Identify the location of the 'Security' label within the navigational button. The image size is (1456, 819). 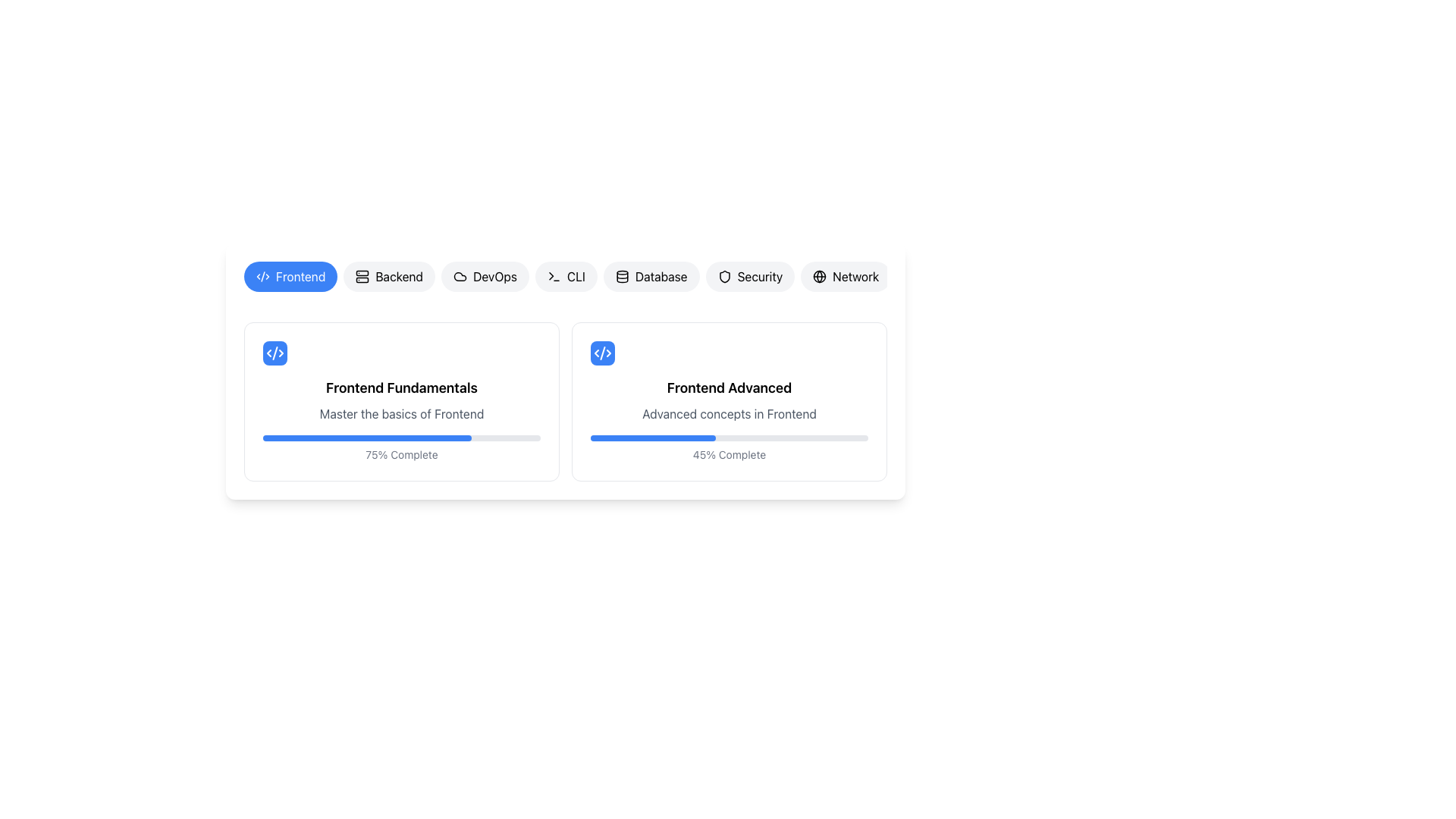
(760, 277).